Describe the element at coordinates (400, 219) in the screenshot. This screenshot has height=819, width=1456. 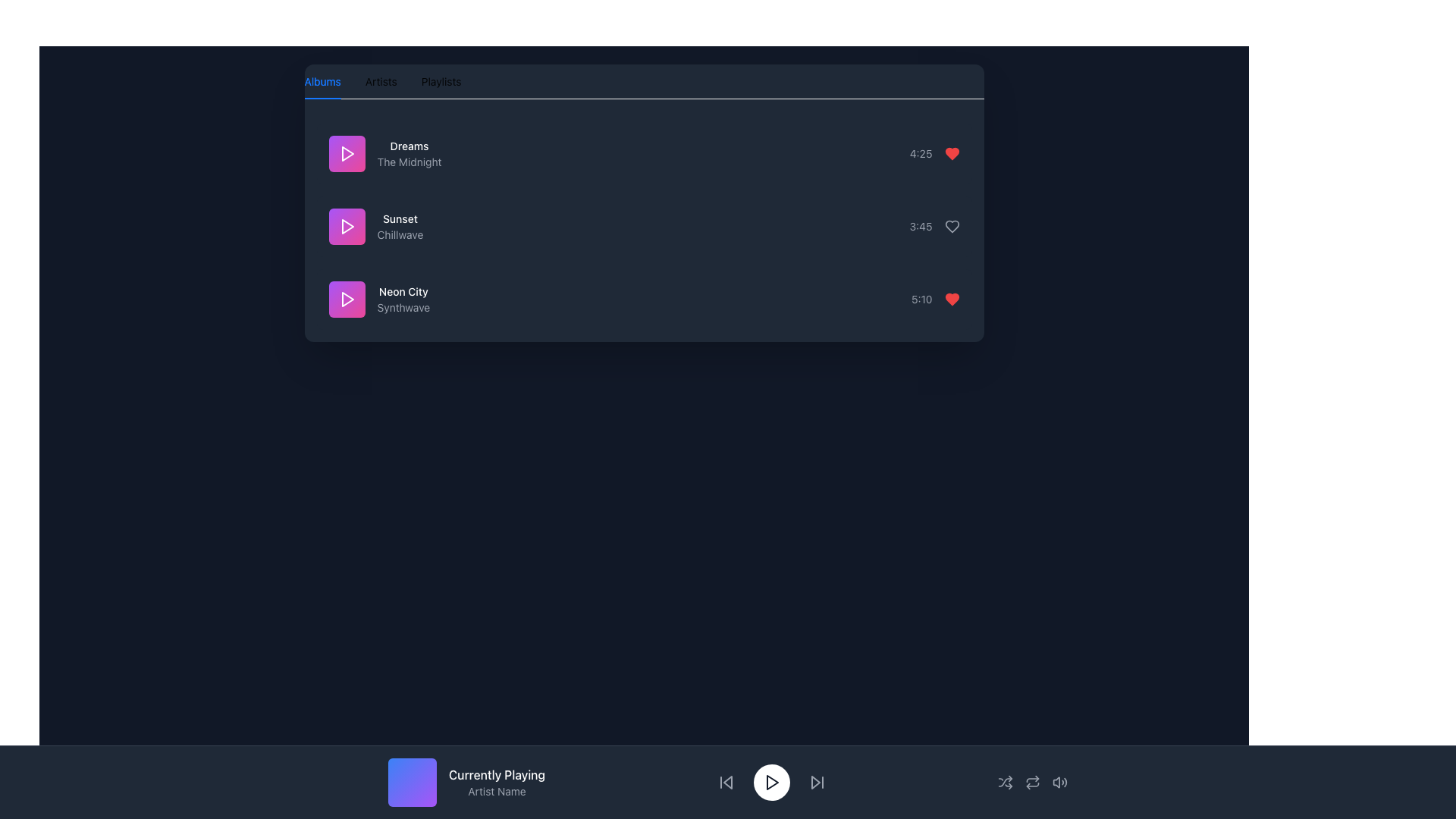
I see `displayed text of the static label showing the track name 'Sunset', which is positioned above the text 'Chillwave' in the playlist interface` at that location.